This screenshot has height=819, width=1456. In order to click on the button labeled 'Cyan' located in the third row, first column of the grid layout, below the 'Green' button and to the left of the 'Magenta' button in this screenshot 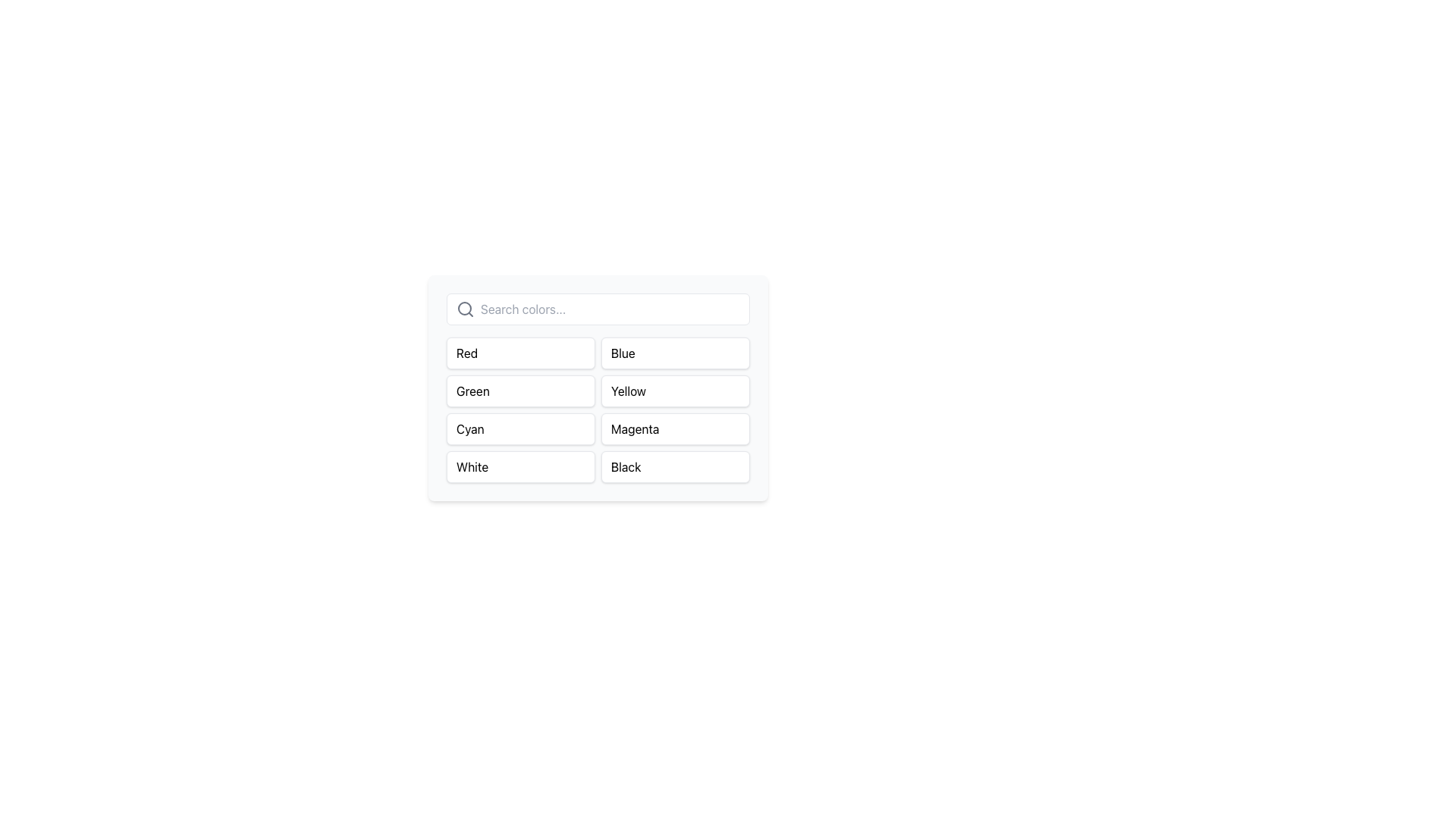, I will do `click(520, 429)`.